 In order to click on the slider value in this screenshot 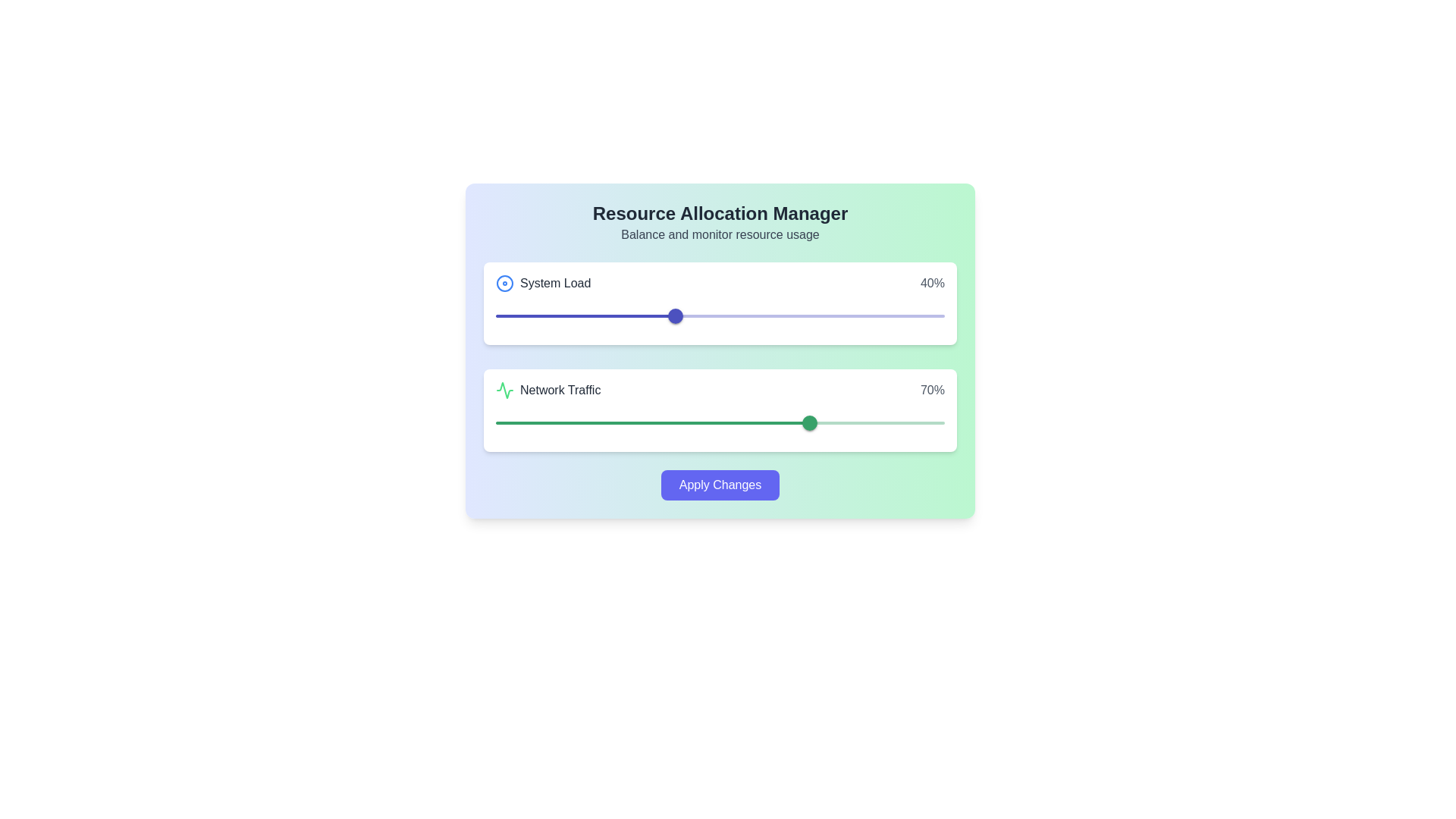, I will do `click(733, 423)`.